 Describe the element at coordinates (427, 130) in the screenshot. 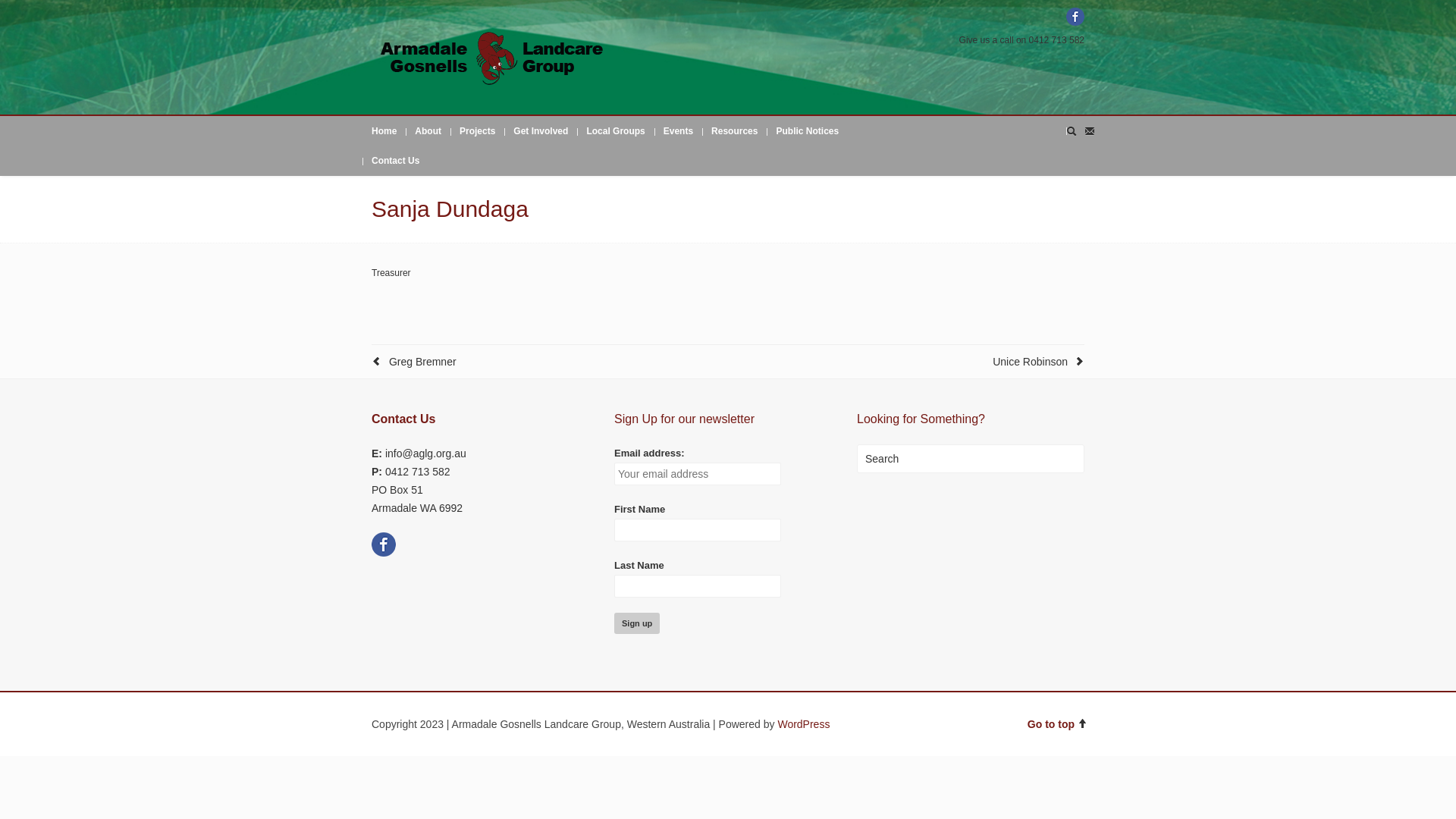

I see `'About'` at that location.